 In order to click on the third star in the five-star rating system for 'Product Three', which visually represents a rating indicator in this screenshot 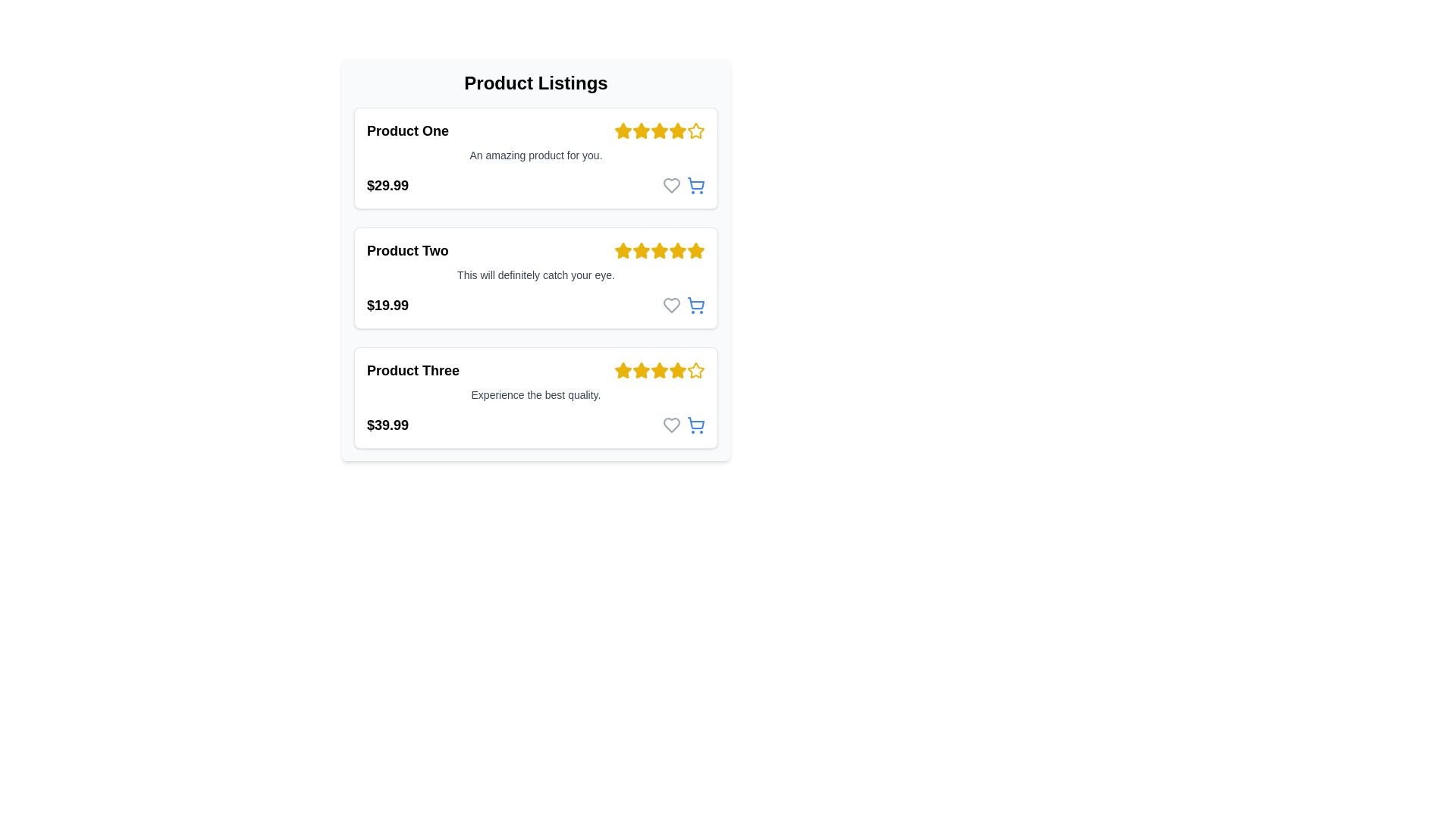, I will do `click(641, 371)`.